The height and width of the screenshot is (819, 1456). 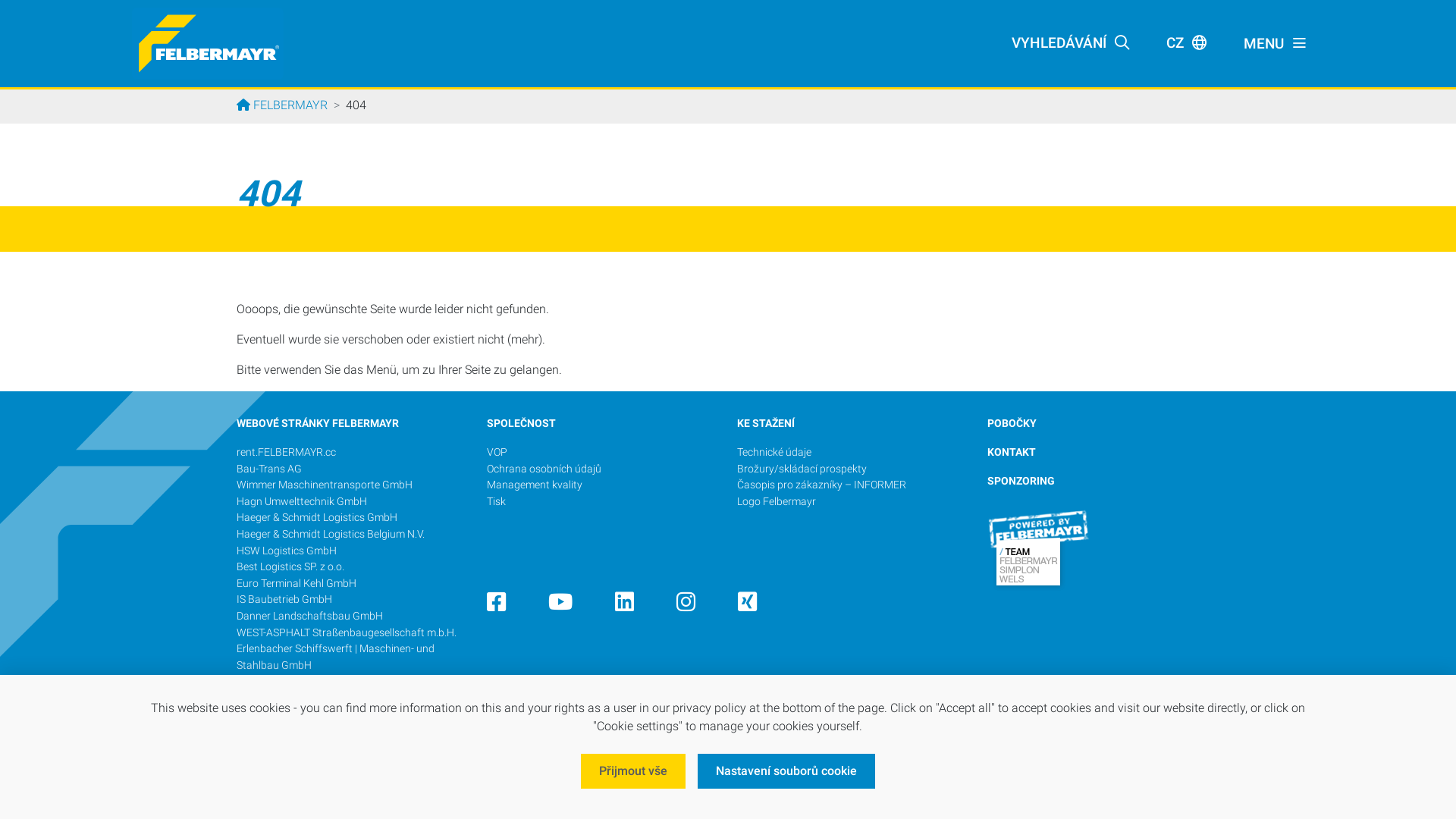 I want to click on 'Xing', so click(x=747, y=605).